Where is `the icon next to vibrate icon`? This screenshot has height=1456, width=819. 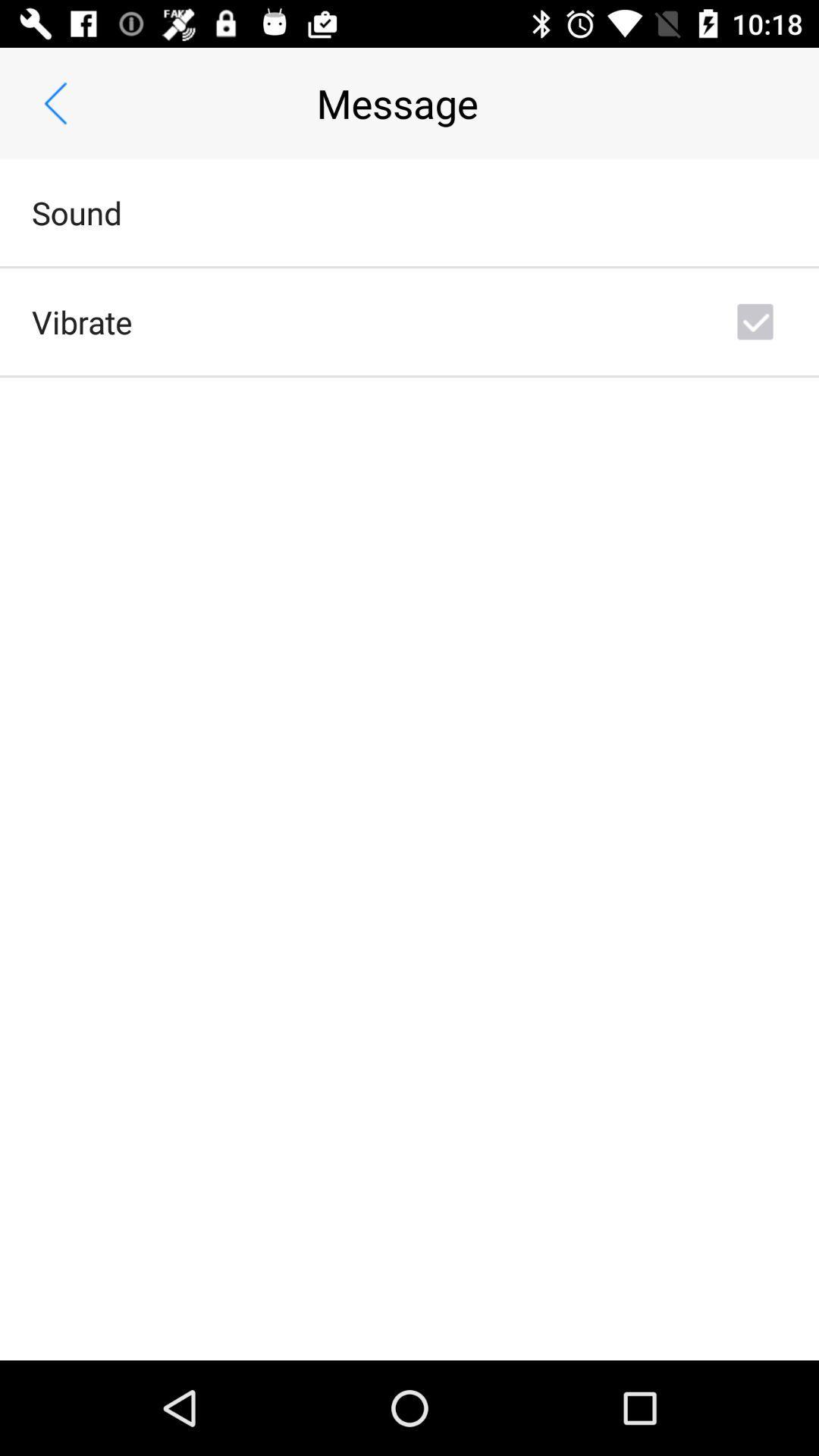 the icon next to vibrate icon is located at coordinates (755, 321).